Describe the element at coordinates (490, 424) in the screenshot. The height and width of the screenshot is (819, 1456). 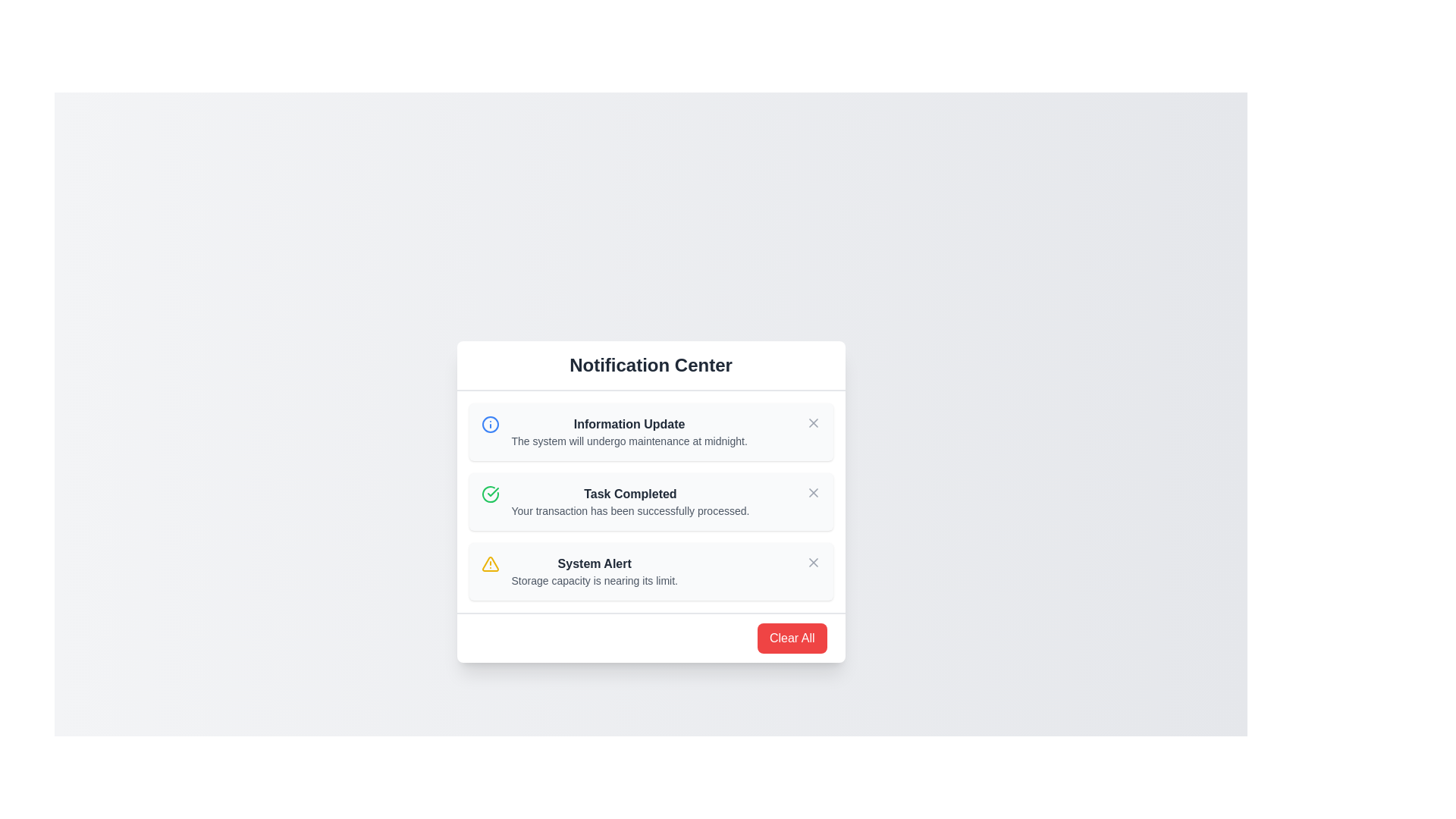
I see `SVG Circle element representing the 'Information Update' notification type located at the top-left corner of the first notification item in the Notification Center panel` at that location.